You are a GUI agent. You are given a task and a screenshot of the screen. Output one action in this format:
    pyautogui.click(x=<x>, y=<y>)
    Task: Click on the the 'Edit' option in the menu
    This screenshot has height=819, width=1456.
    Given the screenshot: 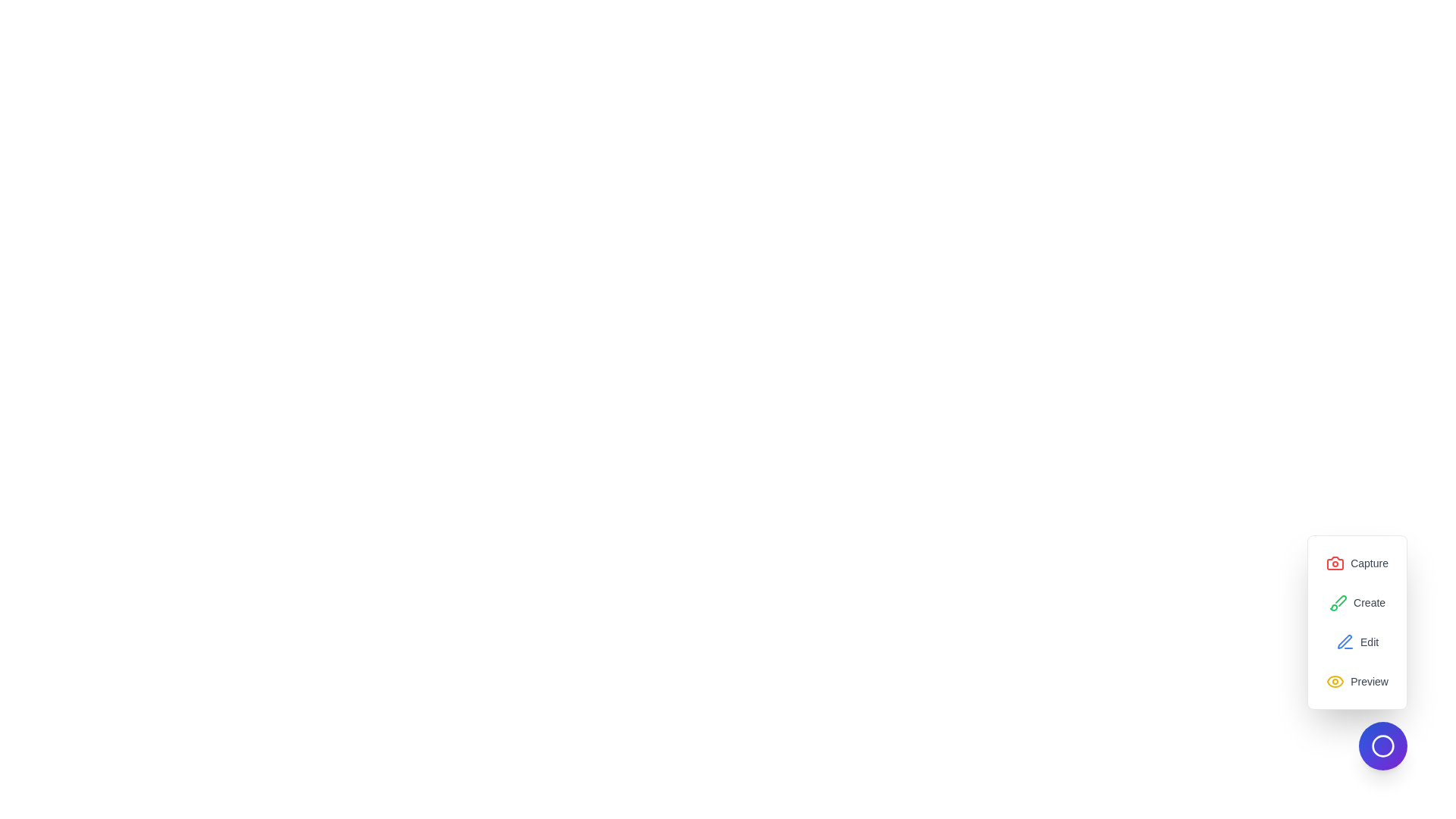 What is the action you would take?
    pyautogui.click(x=1357, y=642)
    